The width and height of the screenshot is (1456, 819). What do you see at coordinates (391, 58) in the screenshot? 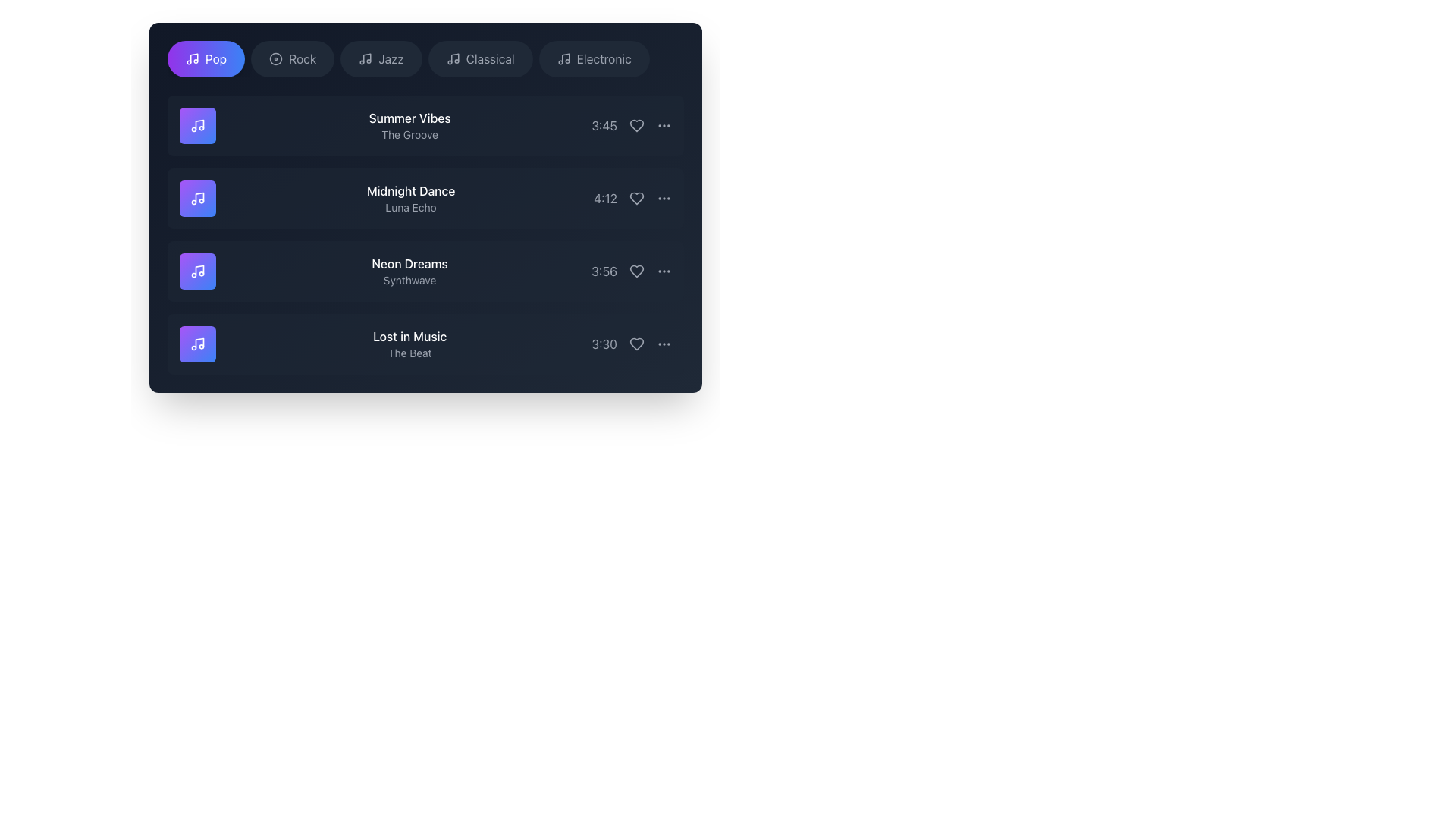
I see `the 'Jazz' category selection button, which features bold light gray text on a dark gray background, located between the 'Rock' and 'Classical' buttons` at bounding box center [391, 58].